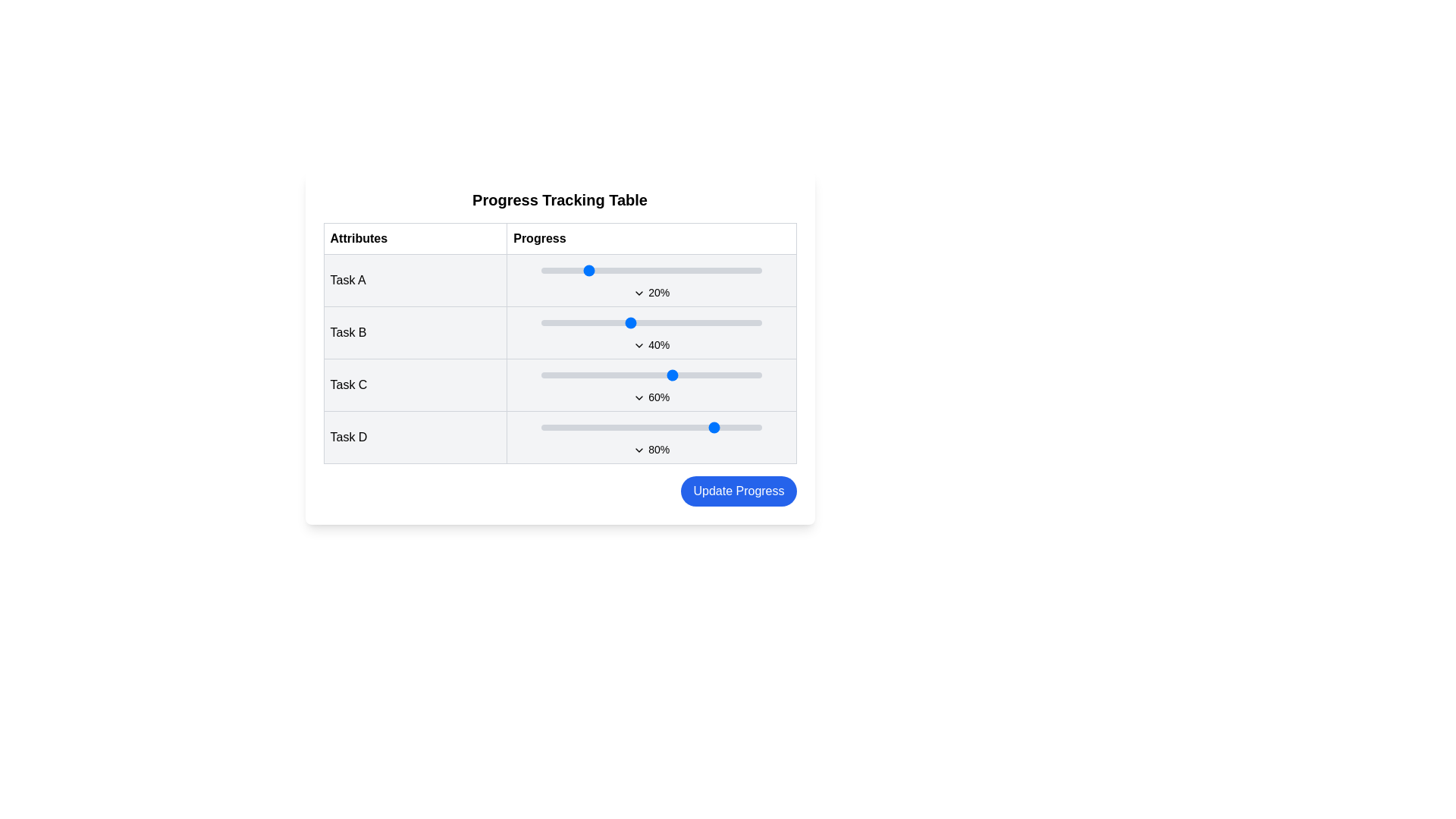 The image size is (1456, 819). Describe the element at coordinates (651, 375) in the screenshot. I see `the progress of Task C` at that location.